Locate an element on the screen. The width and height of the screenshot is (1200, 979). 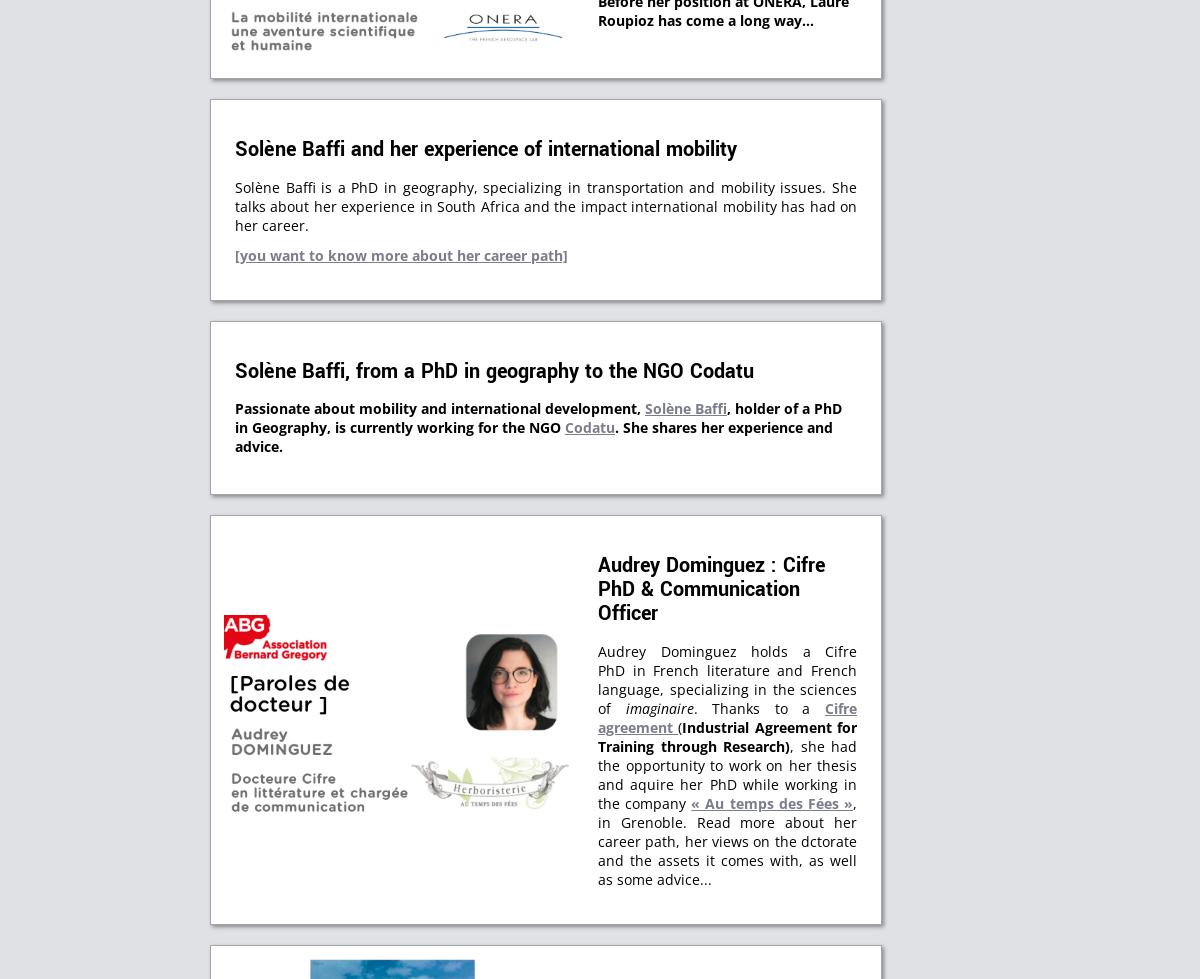
', holder of a PhD in Geography, is currently working for the NGO' is located at coordinates (537, 418).